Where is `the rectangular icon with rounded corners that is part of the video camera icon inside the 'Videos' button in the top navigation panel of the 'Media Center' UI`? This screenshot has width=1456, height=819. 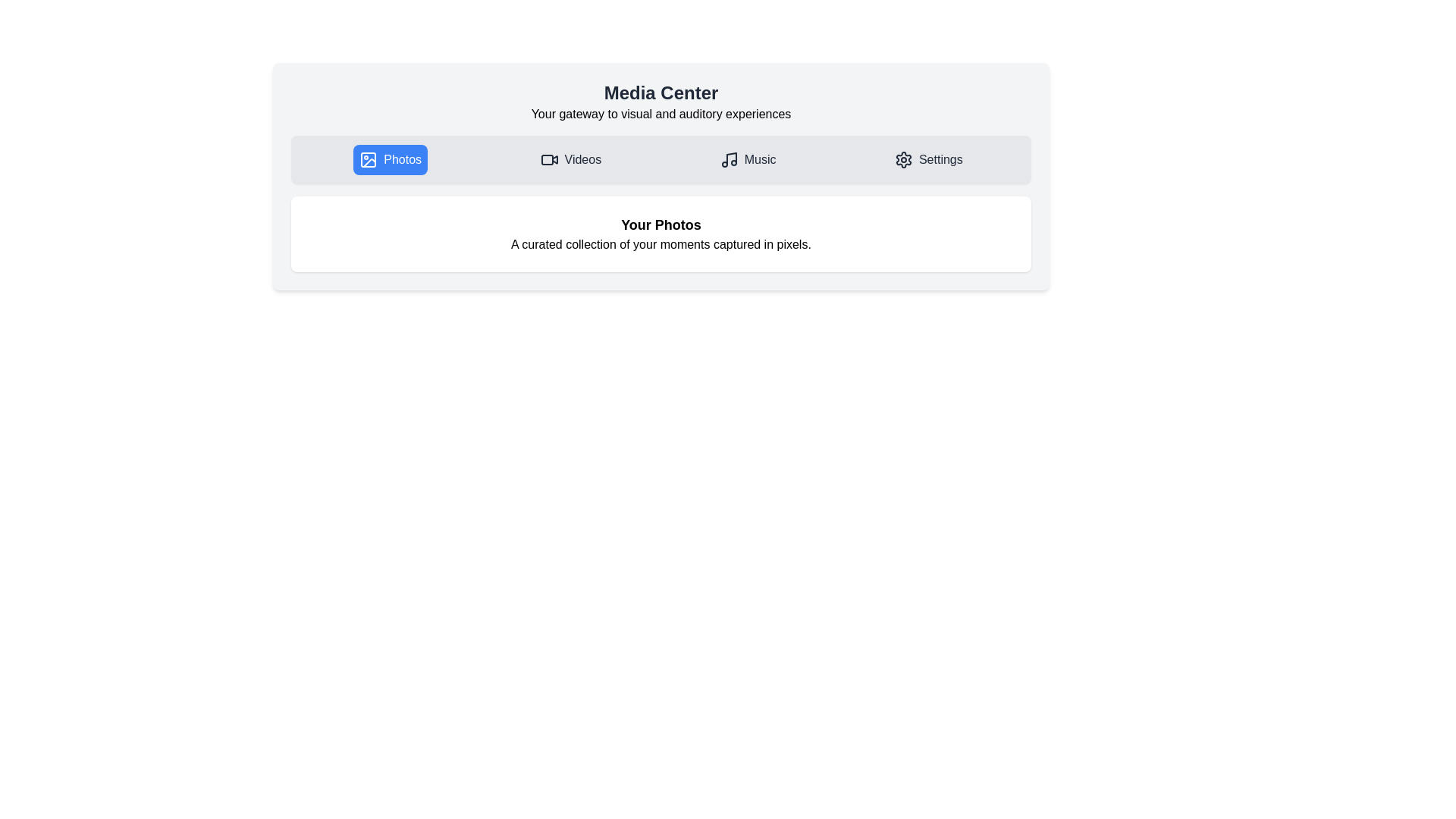 the rectangular icon with rounded corners that is part of the video camera icon inside the 'Videos' button in the top navigation panel of the 'Media Center' UI is located at coordinates (546, 160).